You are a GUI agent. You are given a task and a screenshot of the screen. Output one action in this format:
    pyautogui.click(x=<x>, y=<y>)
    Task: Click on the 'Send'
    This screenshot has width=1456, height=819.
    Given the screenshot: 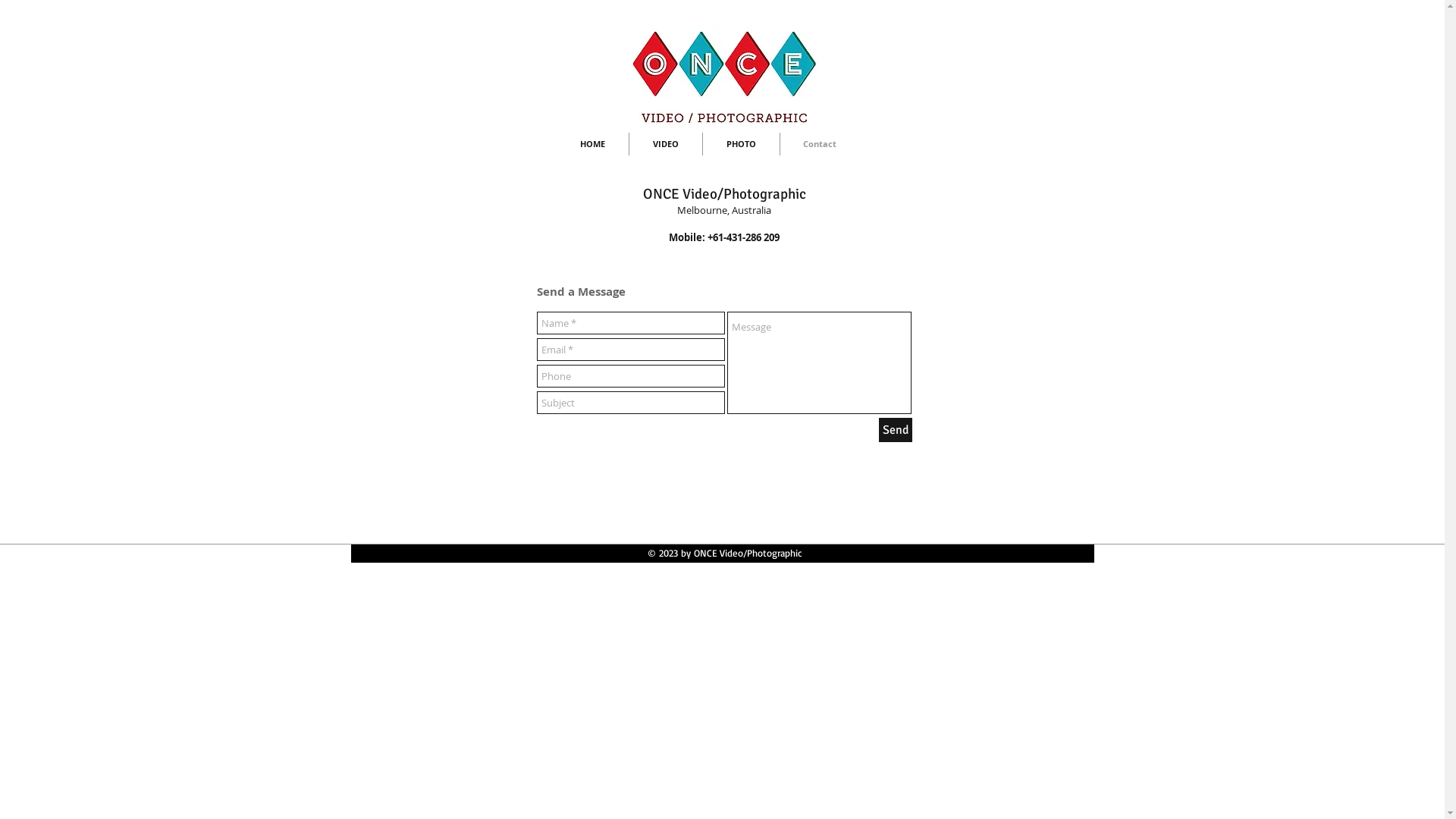 What is the action you would take?
    pyautogui.click(x=877, y=430)
    